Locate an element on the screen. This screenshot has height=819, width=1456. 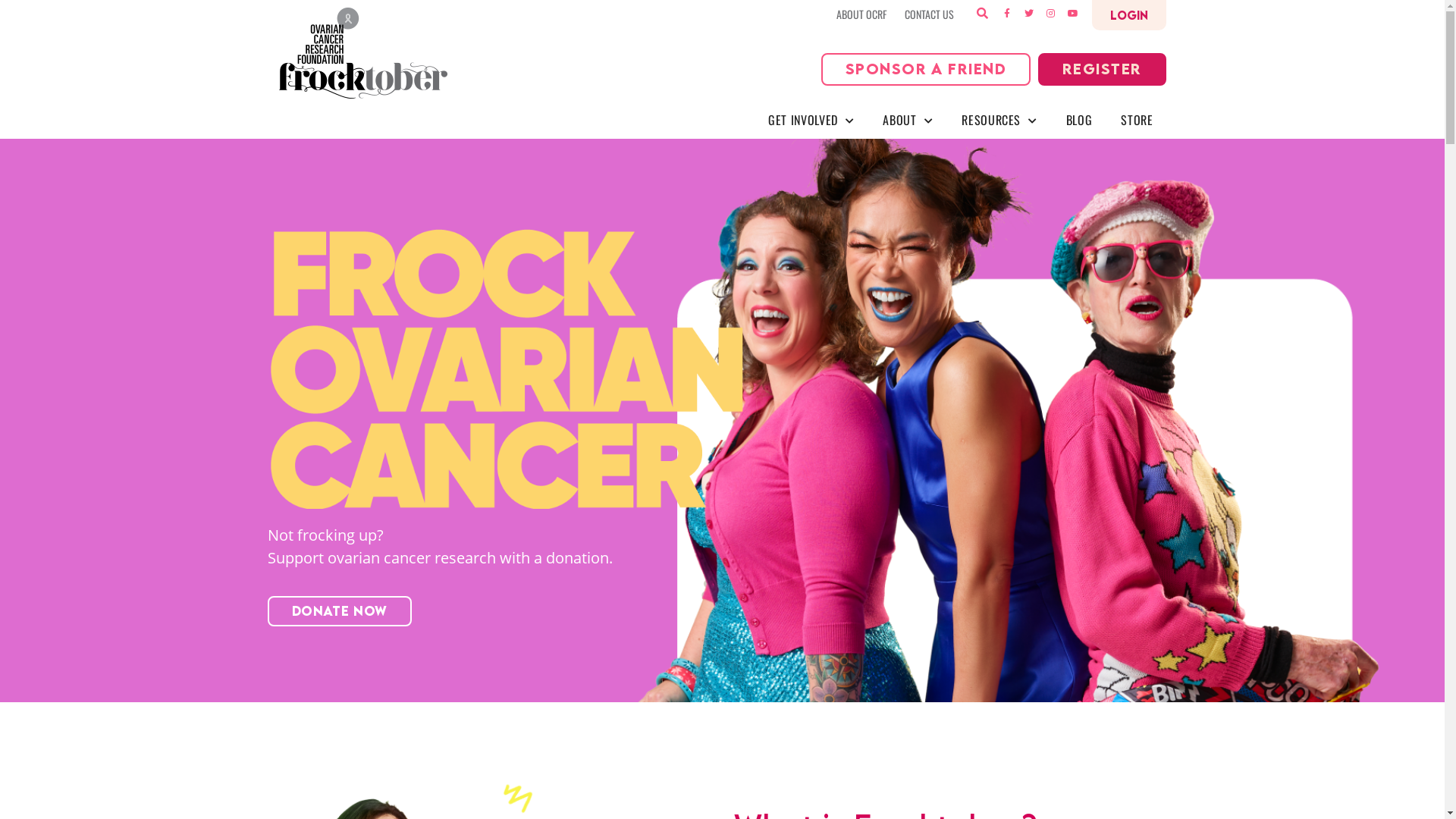
'CONTACT US' is located at coordinates (903, 14).